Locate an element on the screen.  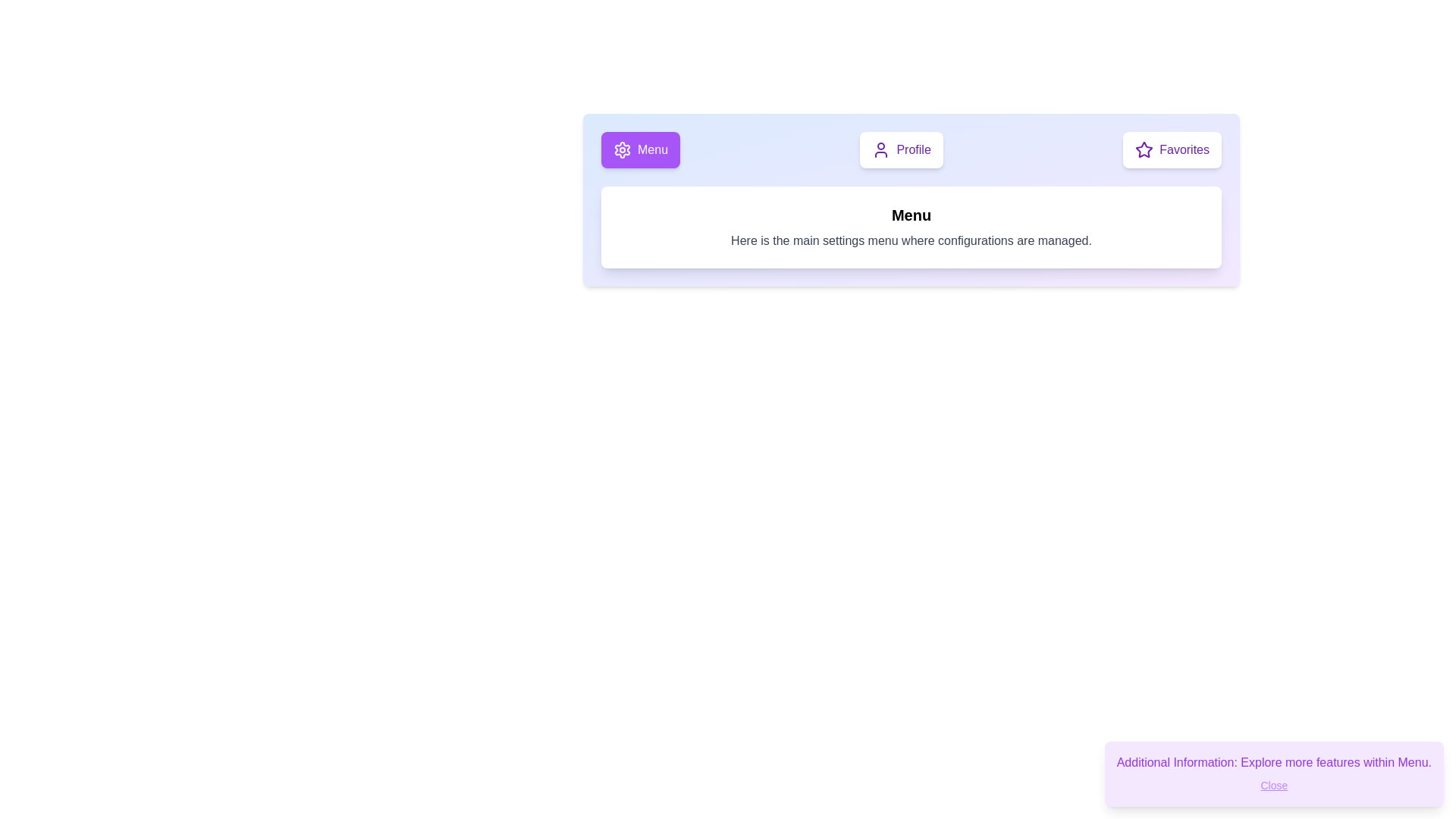
the profile button located in the middle of a horizontal row between the 'Menu' button and the 'Favorites' button is located at coordinates (902, 149).